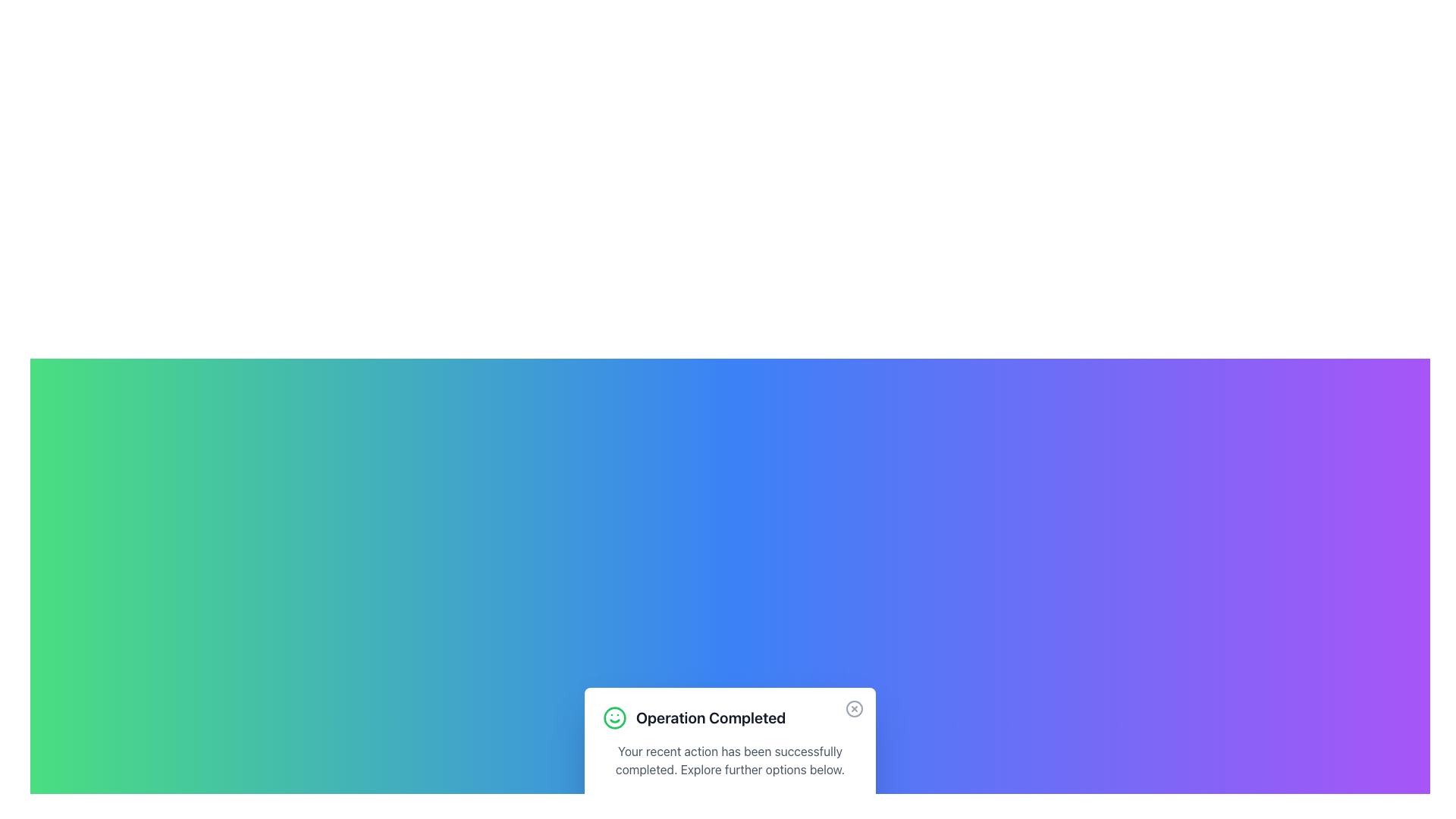  What do you see at coordinates (615, 717) in the screenshot?
I see `the circular smiling face icon with a green outline, located to the left of the text 'Operation Completed'` at bounding box center [615, 717].